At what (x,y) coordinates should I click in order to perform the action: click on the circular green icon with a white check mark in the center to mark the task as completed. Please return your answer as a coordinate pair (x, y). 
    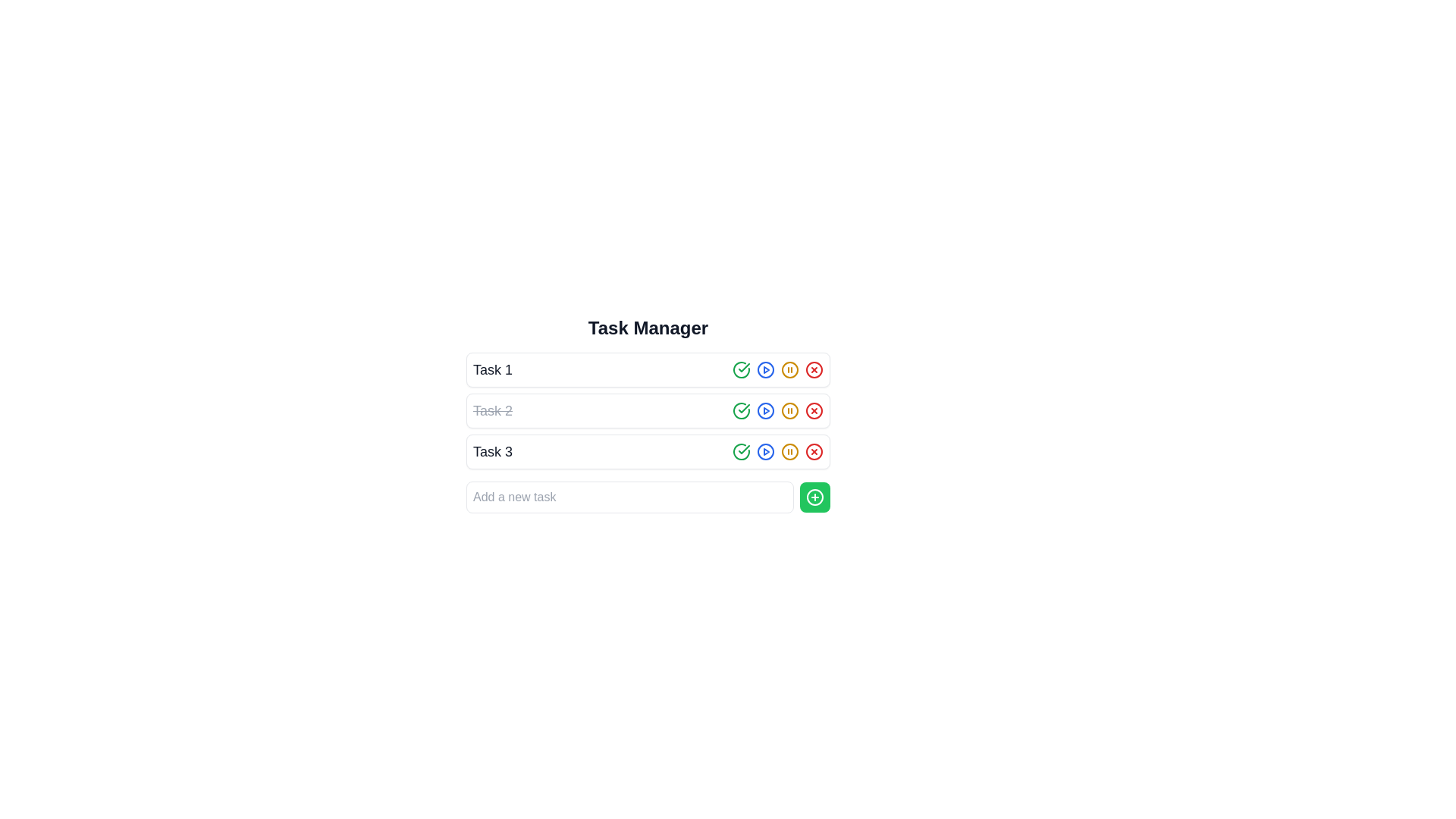
    Looking at the image, I should click on (742, 411).